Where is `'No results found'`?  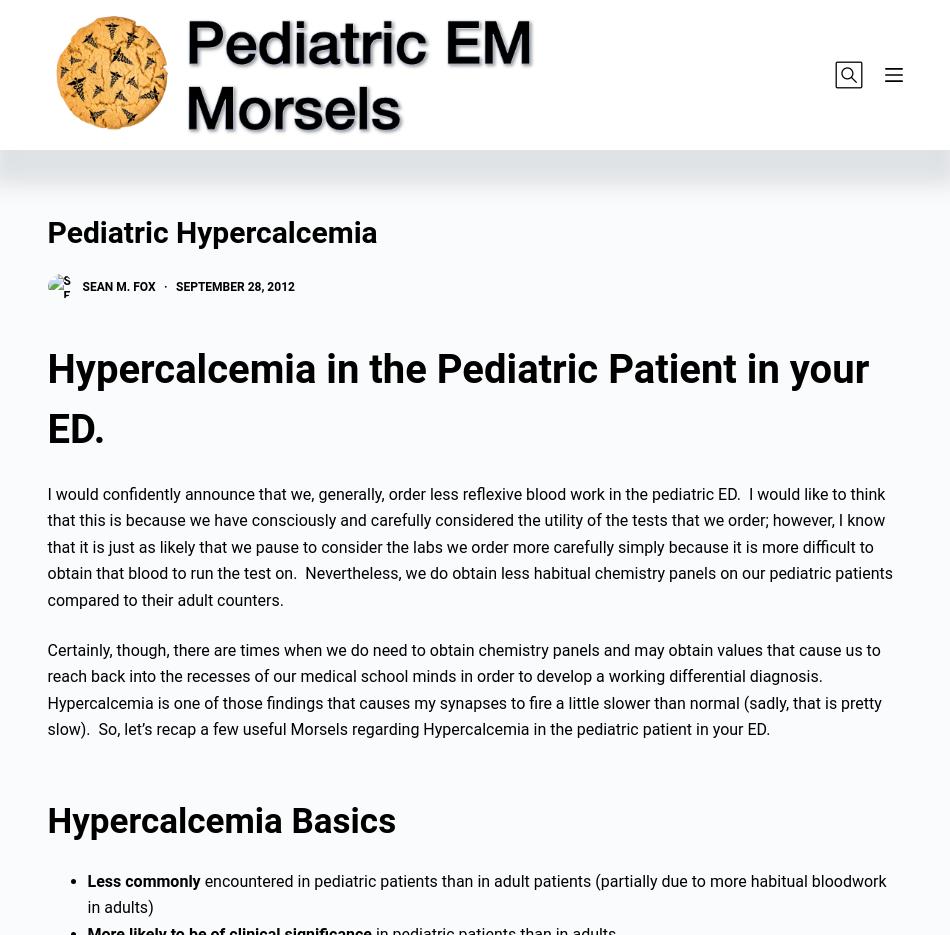 'No results found' is located at coordinates (147, 185).